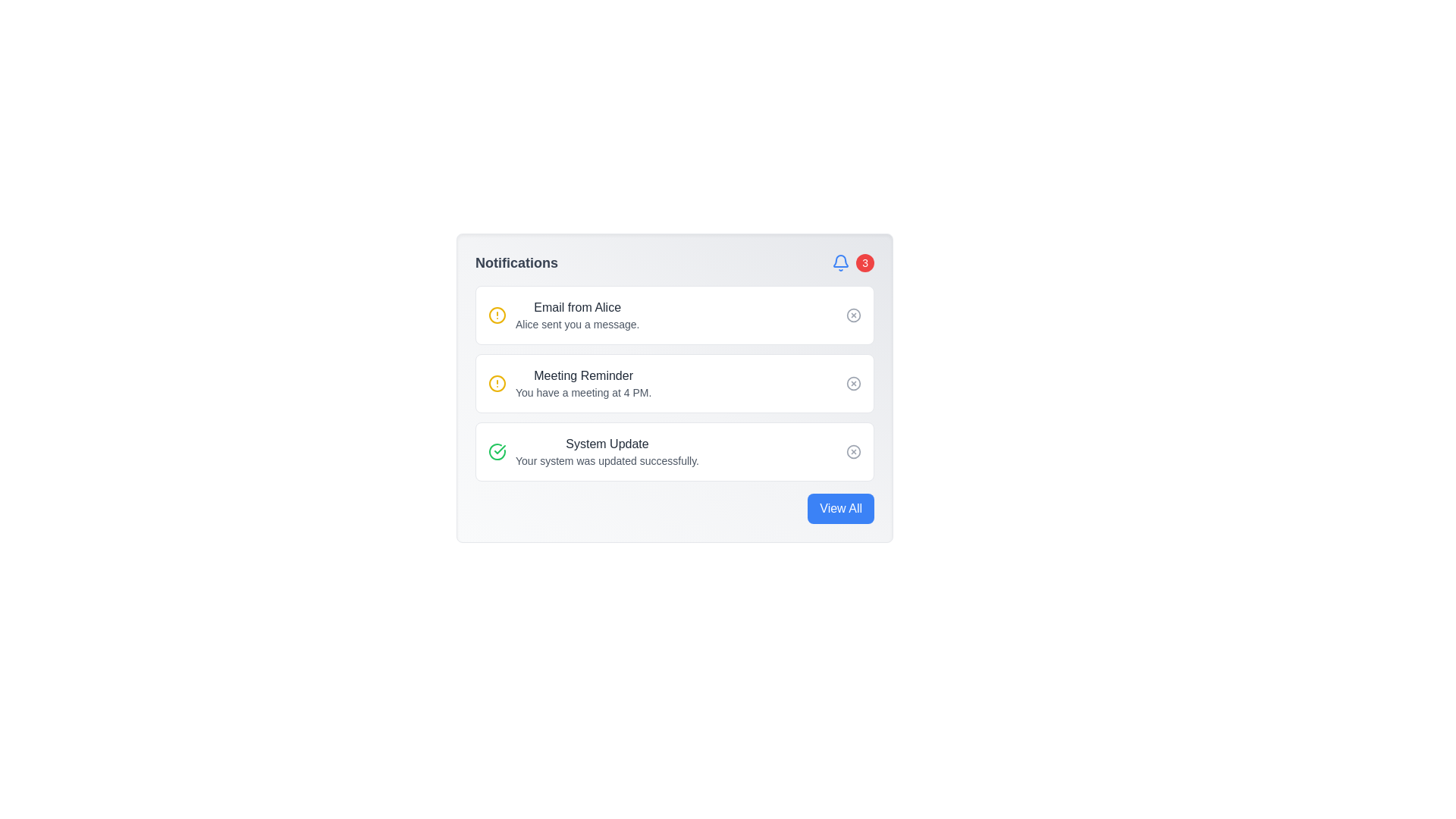  What do you see at coordinates (854, 315) in the screenshot?
I see `the circular close button icon located next to the 'Email from Alice' notification in the notification card` at bounding box center [854, 315].